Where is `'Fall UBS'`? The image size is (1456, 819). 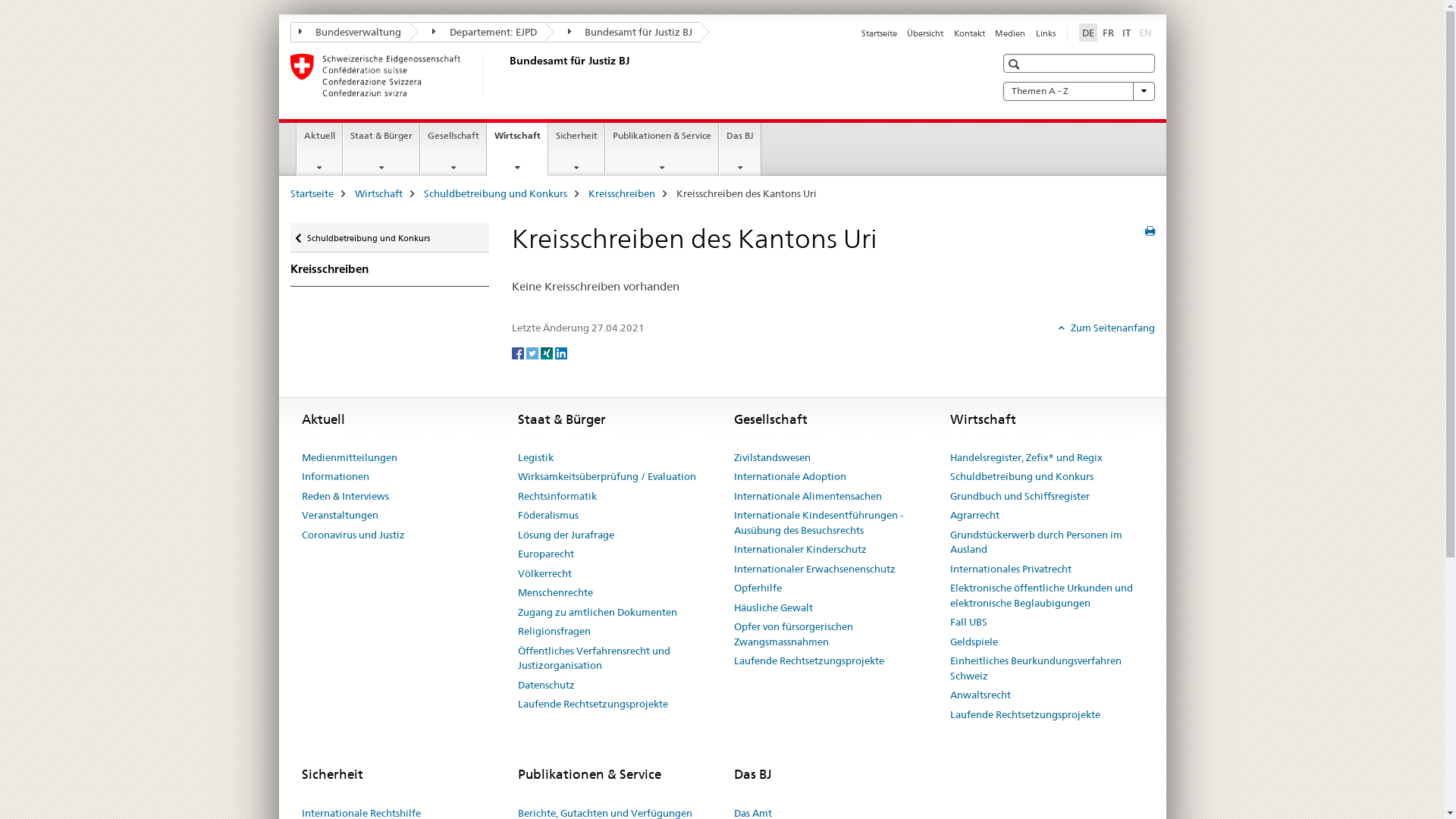
'Fall UBS' is located at coordinates (967, 623).